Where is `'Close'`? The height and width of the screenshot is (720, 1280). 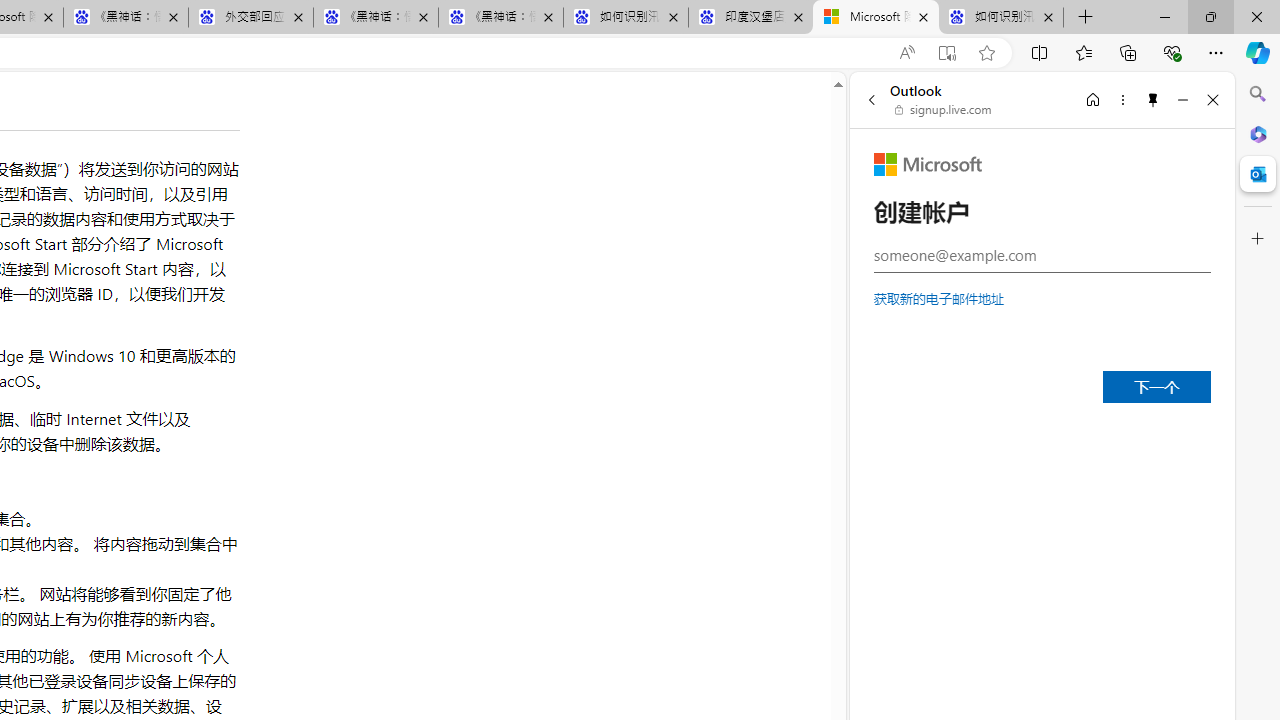 'Close' is located at coordinates (1212, 99).